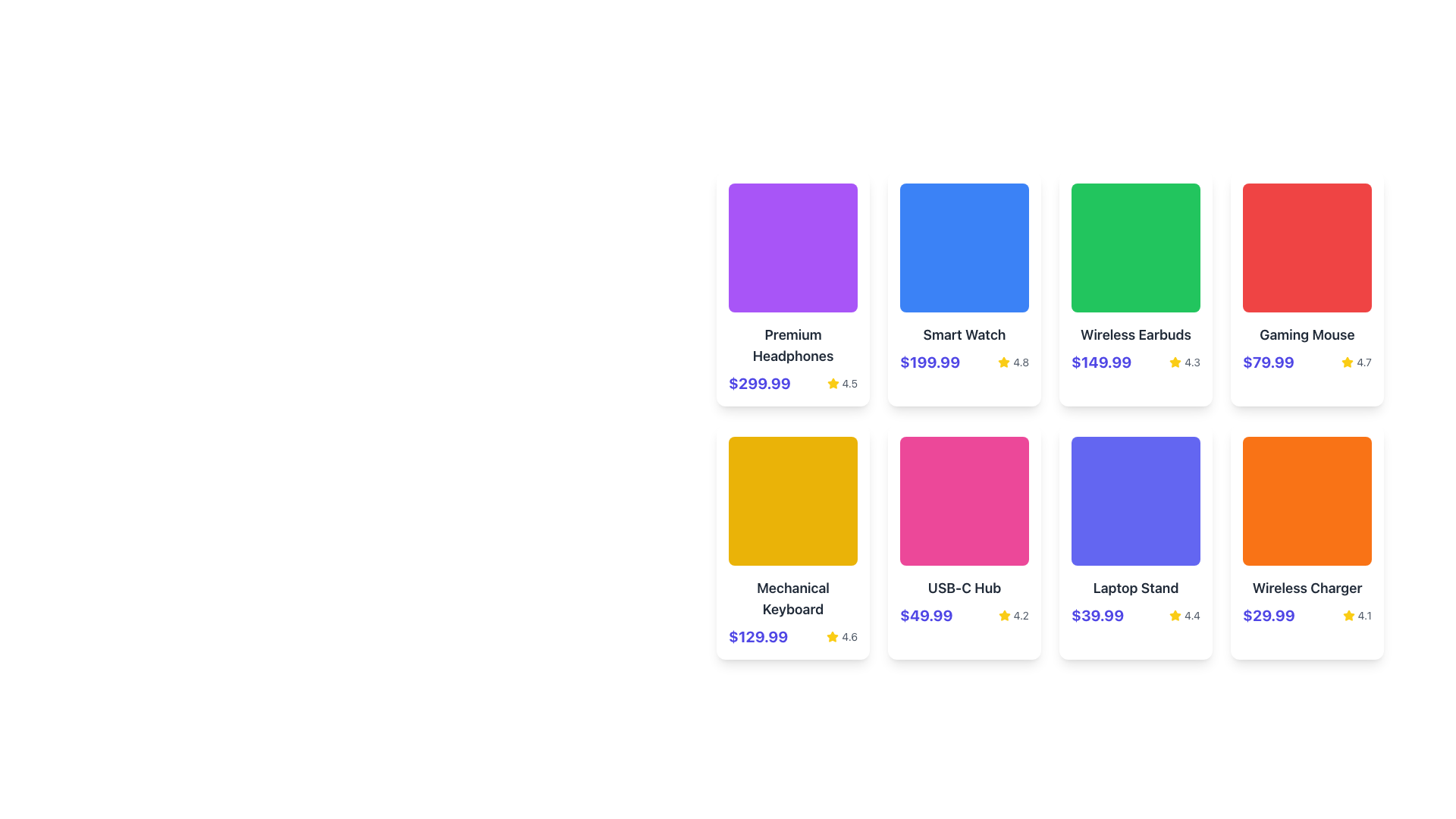 The width and height of the screenshot is (1456, 819). What do you see at coordinates (792, 637) in the screenshot?
I see `rating details of the Composite element displaying the price and rating indicator for the 'Mechanical Keyboard' card, located at the bottom section of the card` at bounding box center [792, 637].